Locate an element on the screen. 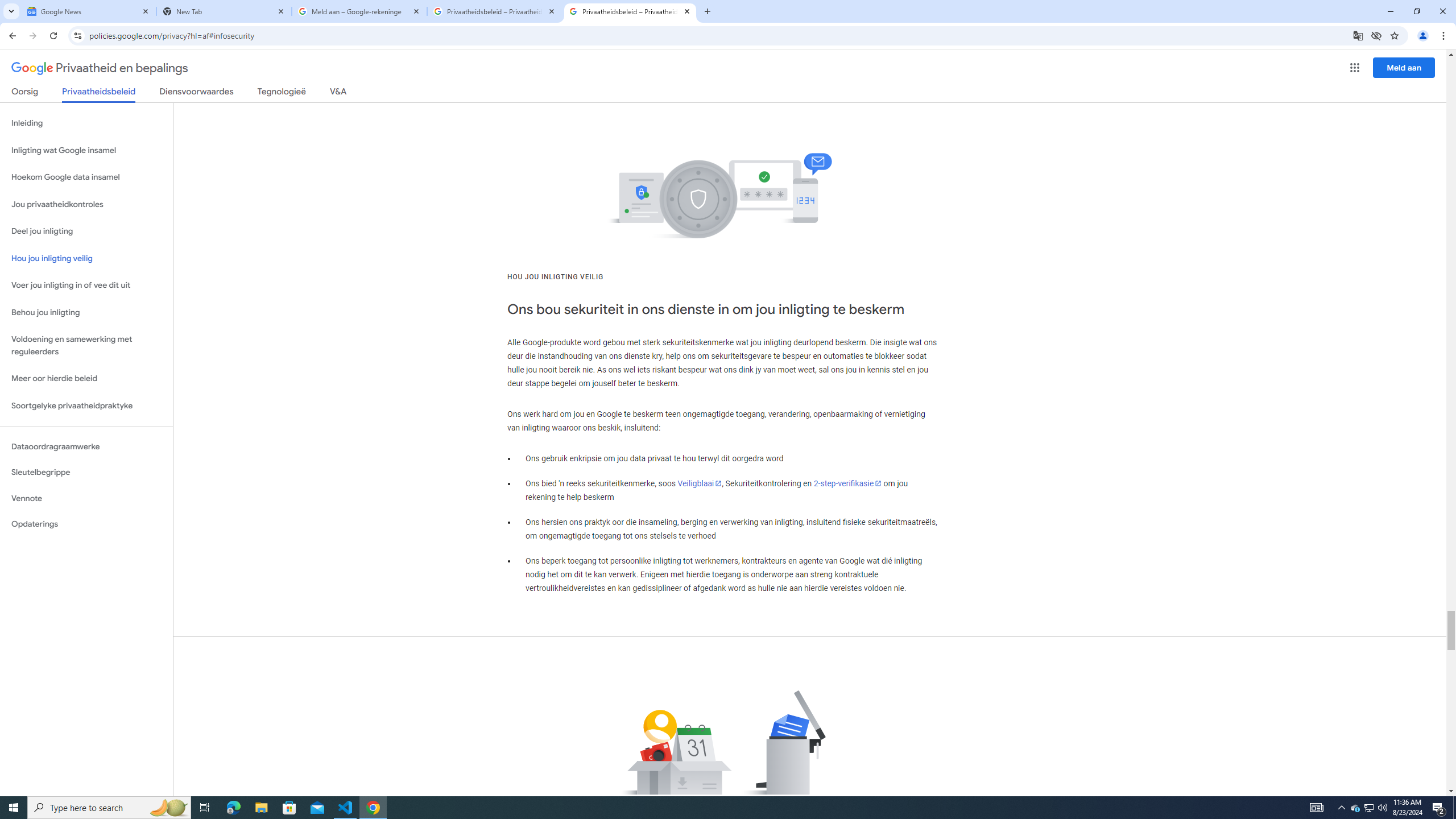 The image size is (1456, 819). 'Dataoordragraamwerke' is located at coordinates (86, 446).